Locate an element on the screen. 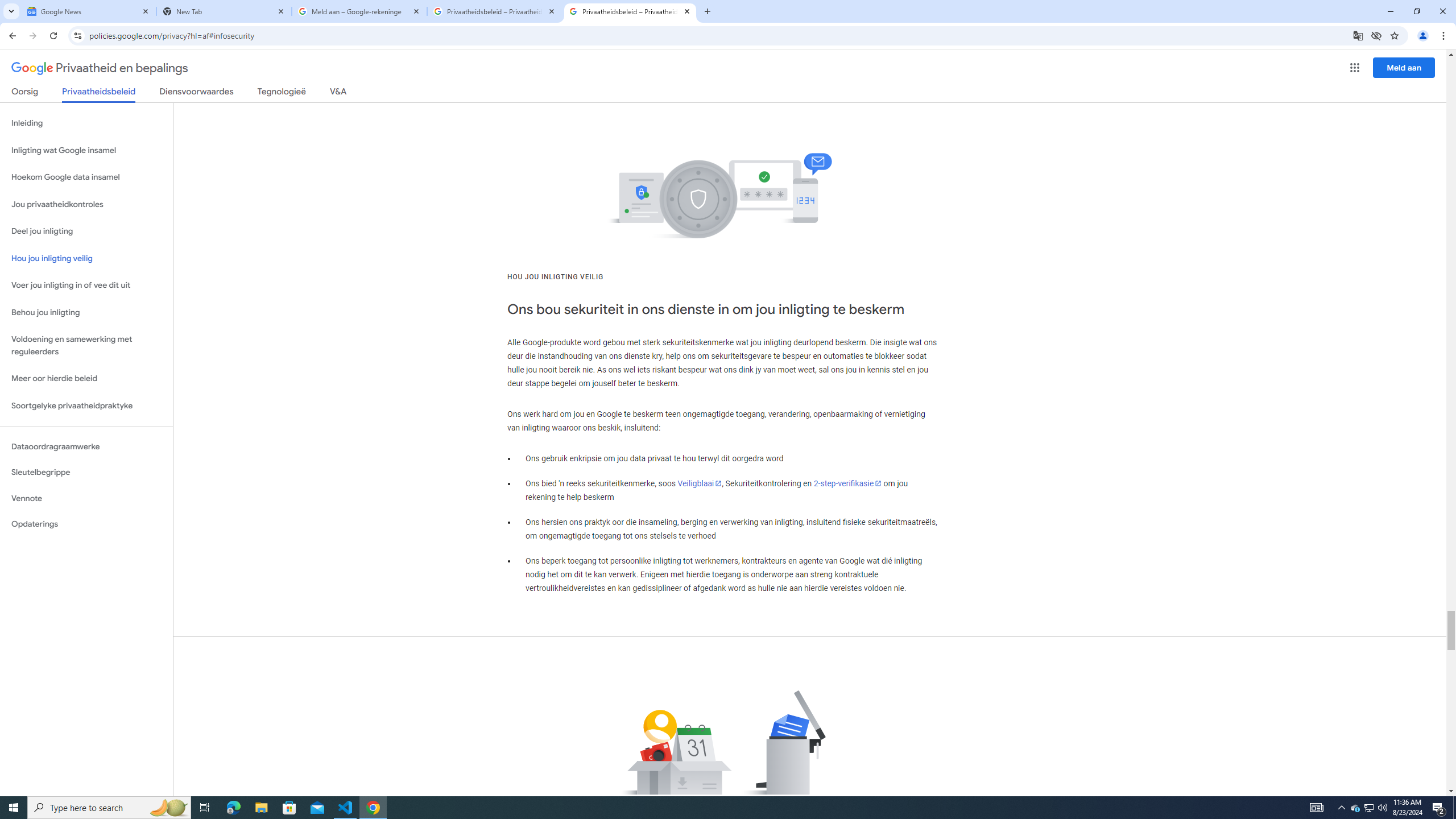 The image size is (1456, 819). 'Dataoordragraamwerke' is located at coordinates (86, 446).